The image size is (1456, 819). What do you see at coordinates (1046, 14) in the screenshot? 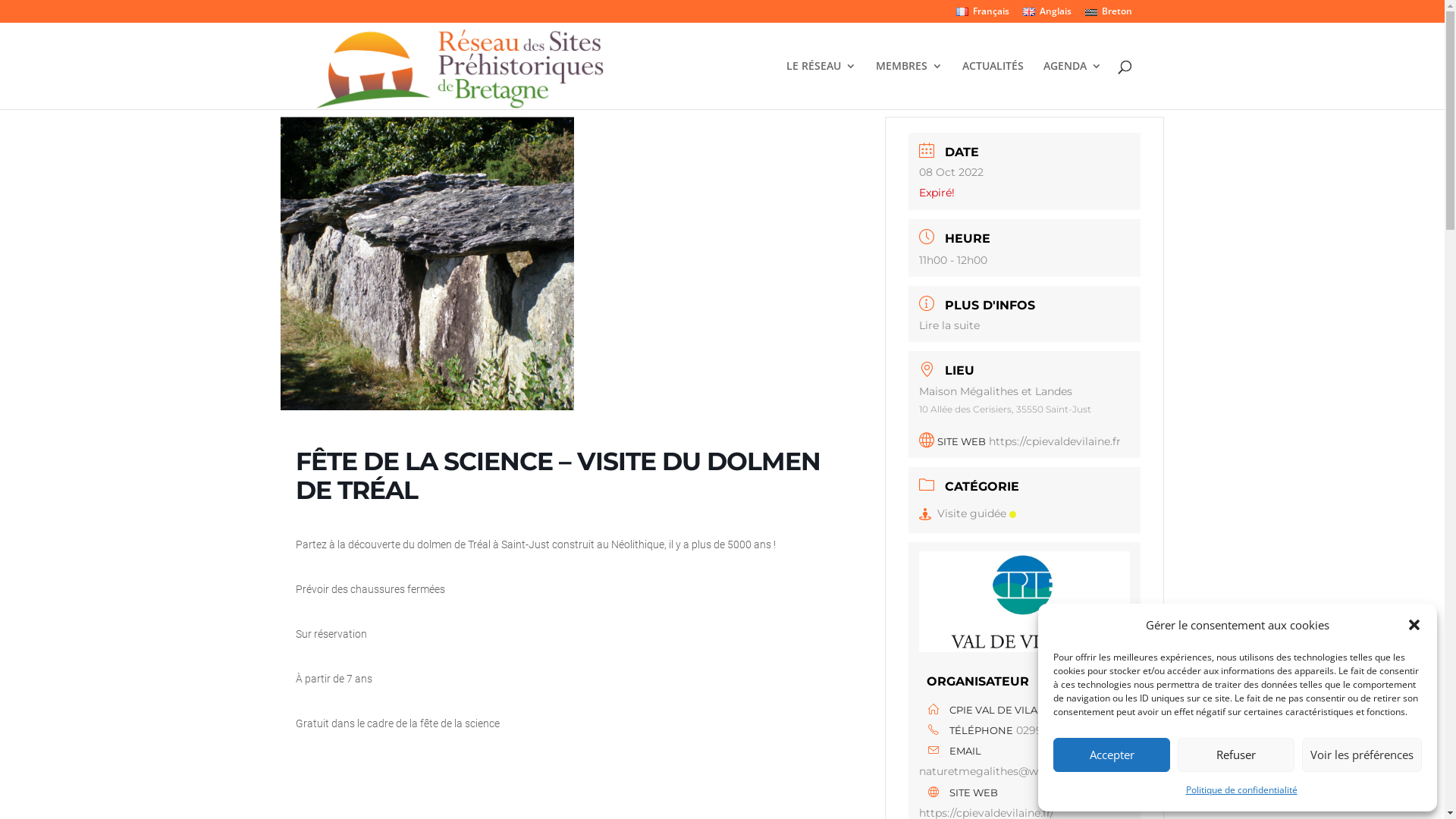
I see `'Anglais'` at bounding box center [1046, 14].